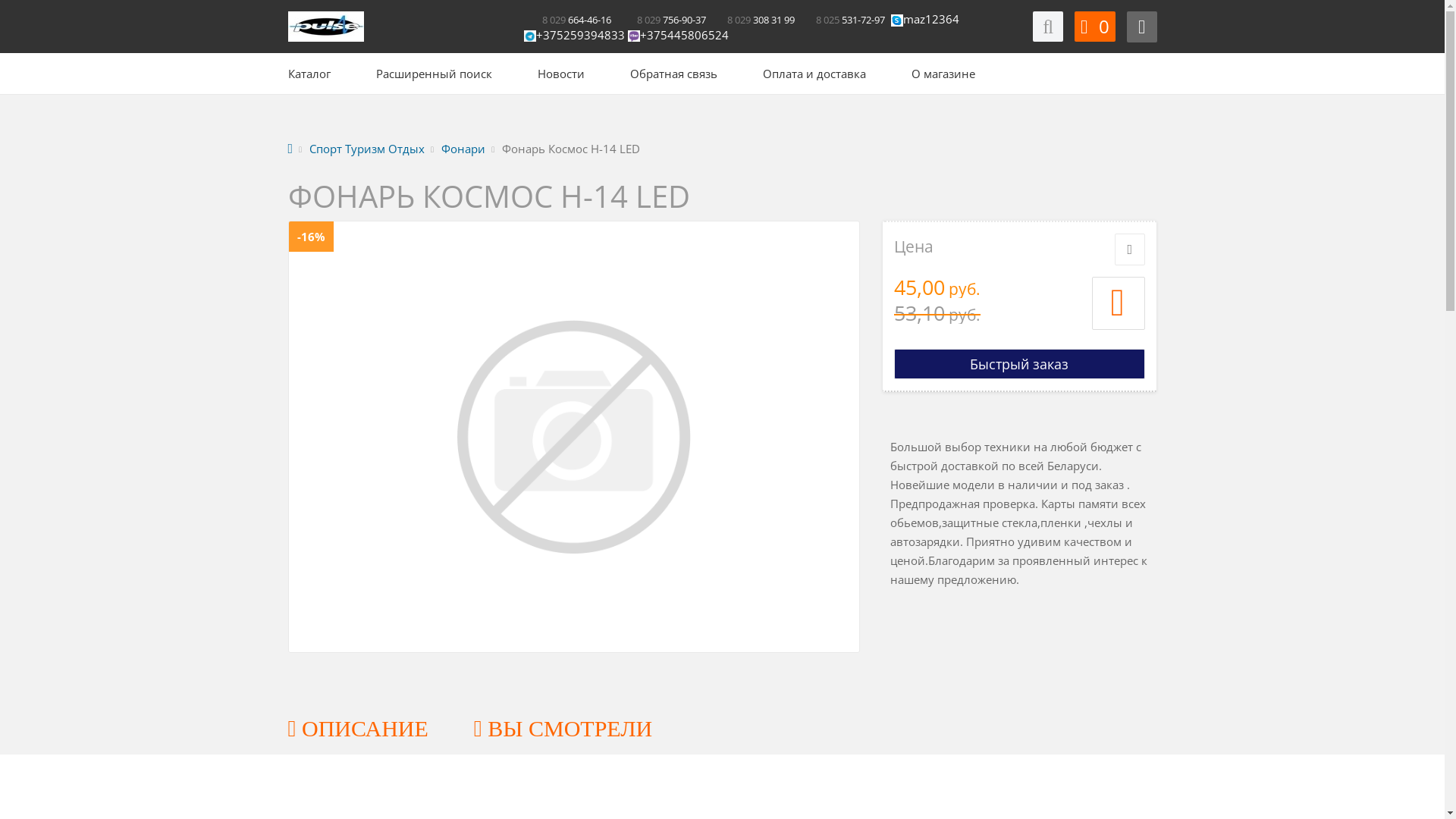 The height and width of the screenshot is (819, 1456). I want to click on '0', so click(1094, 26).